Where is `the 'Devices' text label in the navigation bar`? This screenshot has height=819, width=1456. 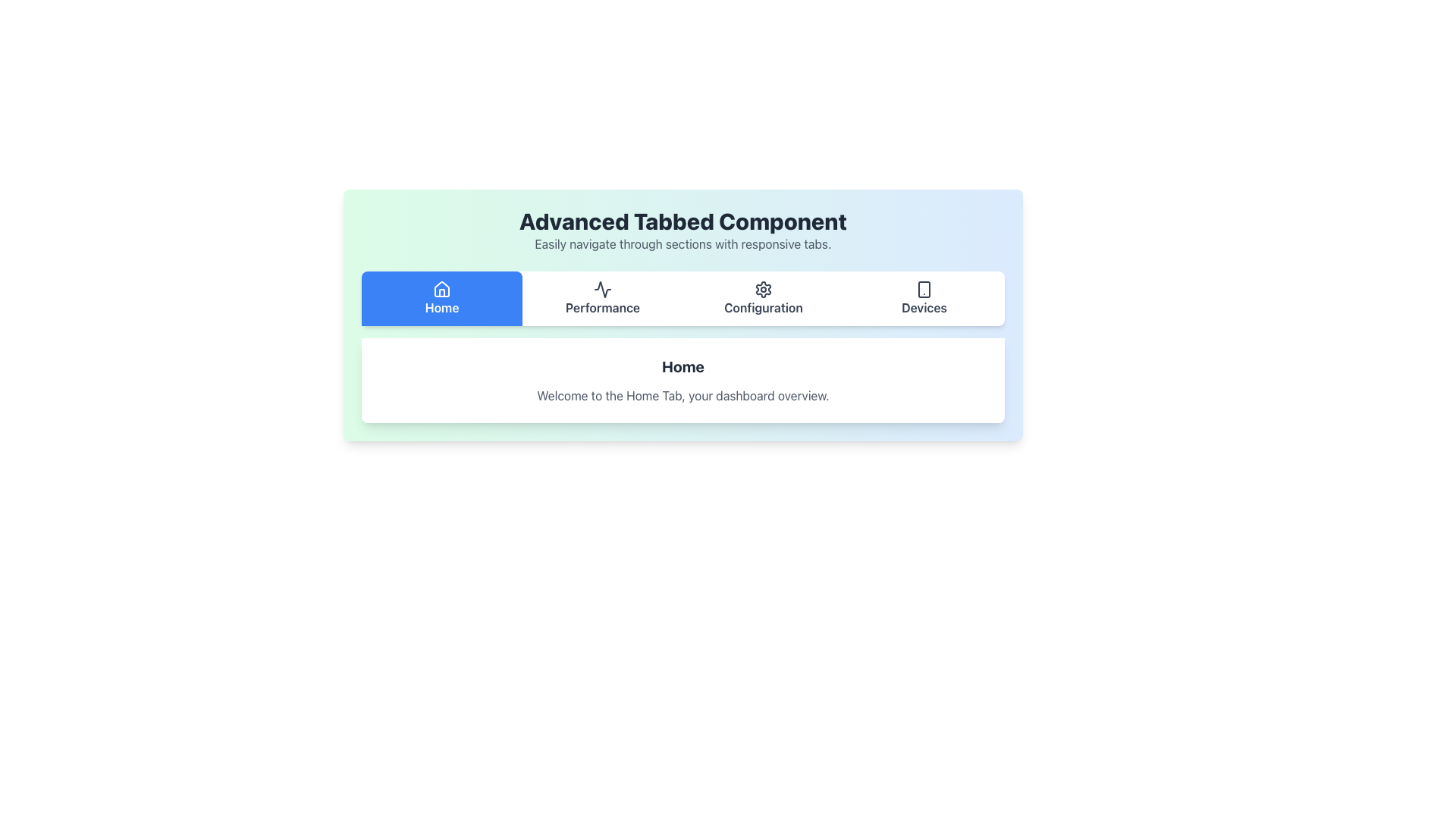 the 'Devices' text label in the navigation bar is located at coordinates (924, 307).